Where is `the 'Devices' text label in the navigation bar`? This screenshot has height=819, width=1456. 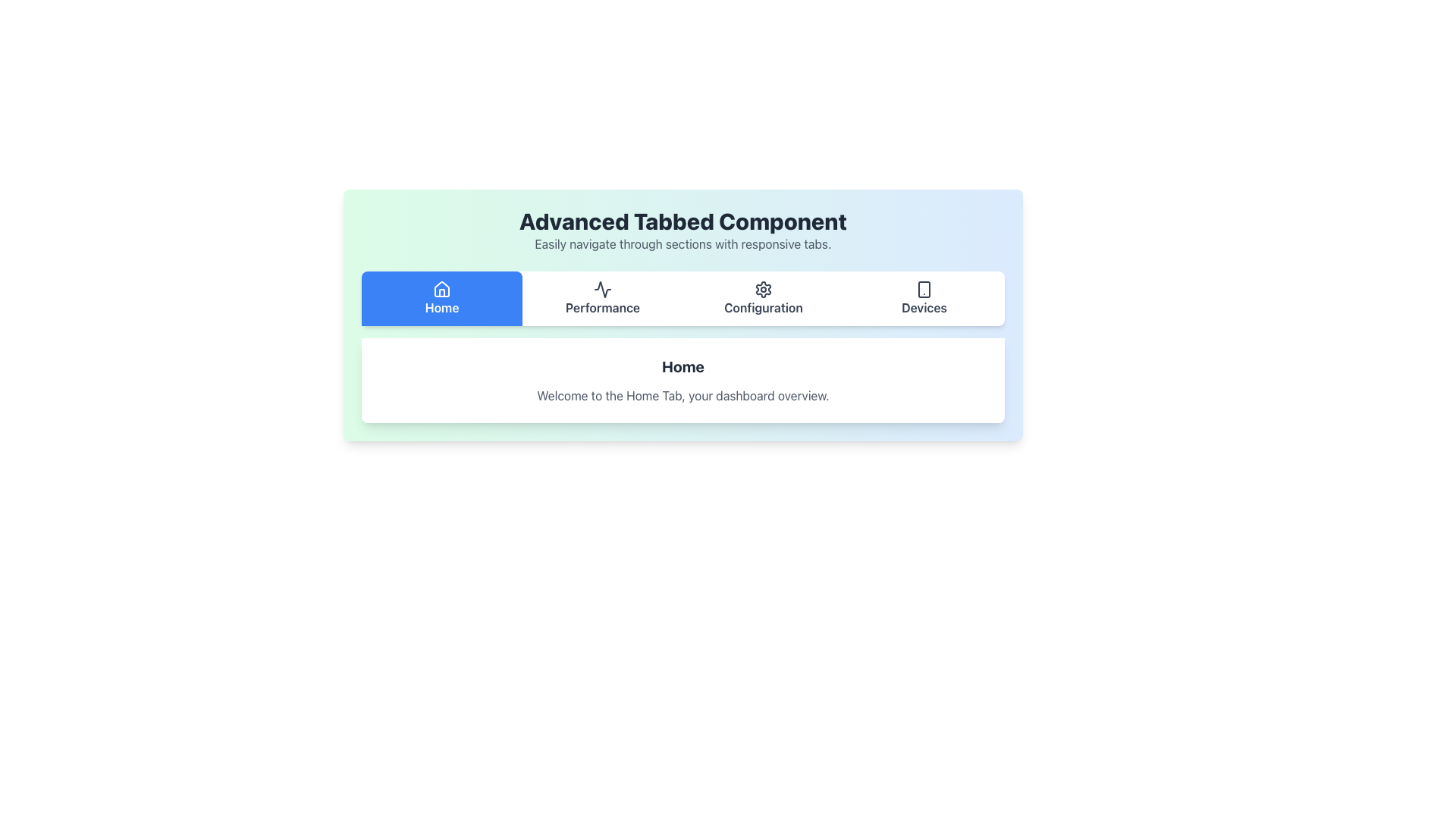 the 'Devices' text label in the navigation bar is located at coordinates (924, 307).